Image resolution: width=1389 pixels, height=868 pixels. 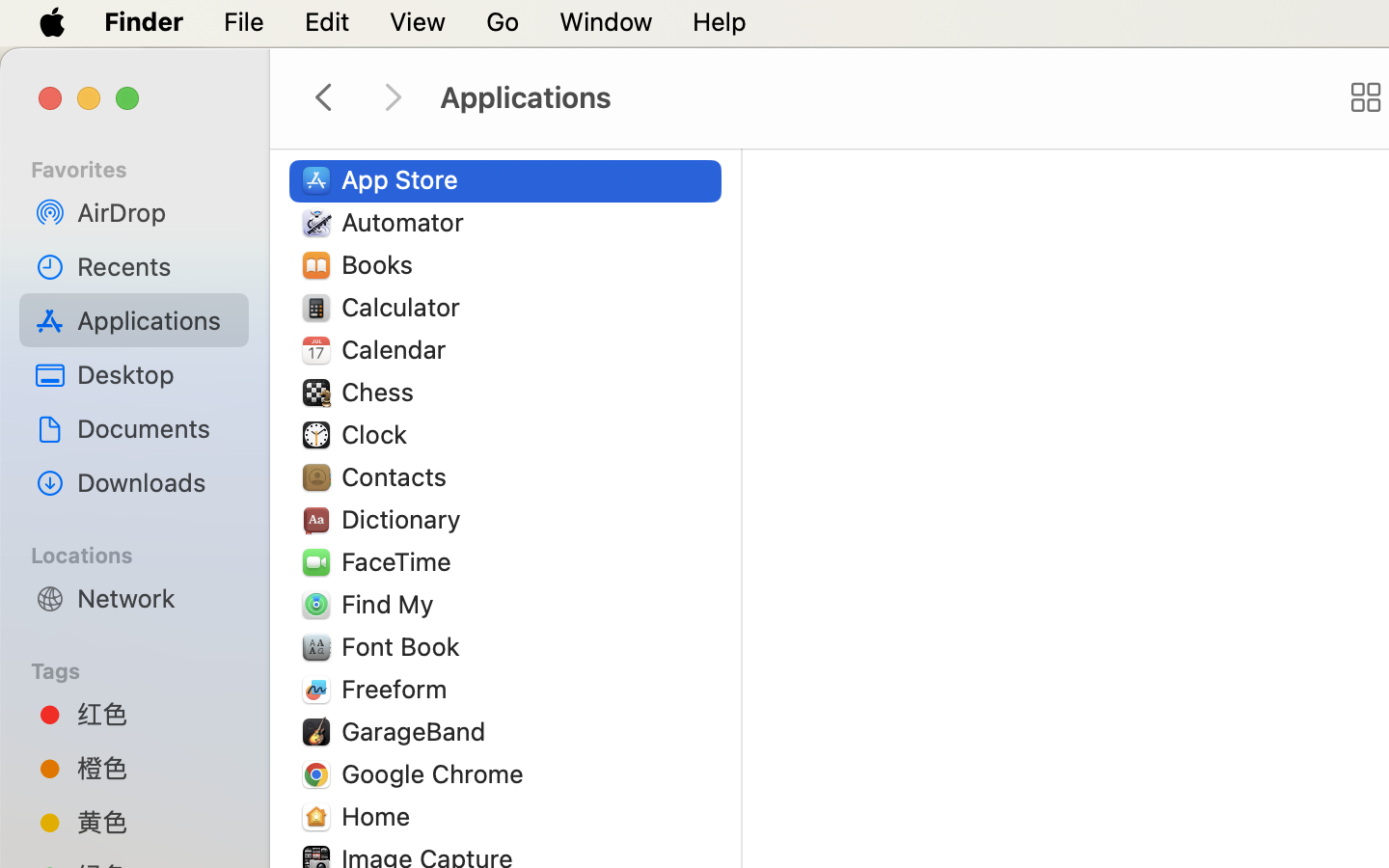 I want to click on 'Favorites', so click(x=145, y=166).